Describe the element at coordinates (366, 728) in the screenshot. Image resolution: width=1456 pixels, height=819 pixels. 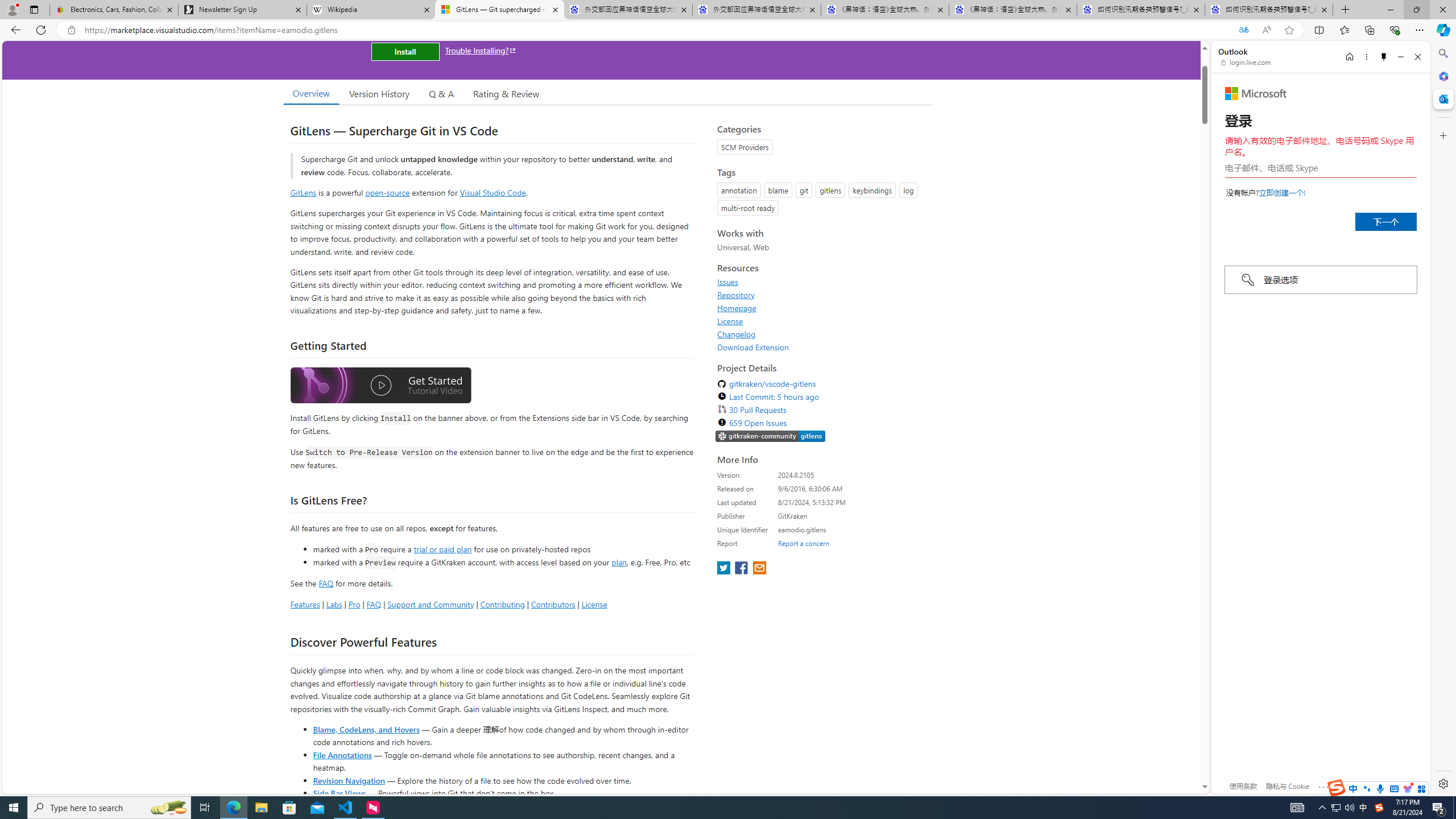
I see `'Blame, CodeLens, and Hovers'` at that location.